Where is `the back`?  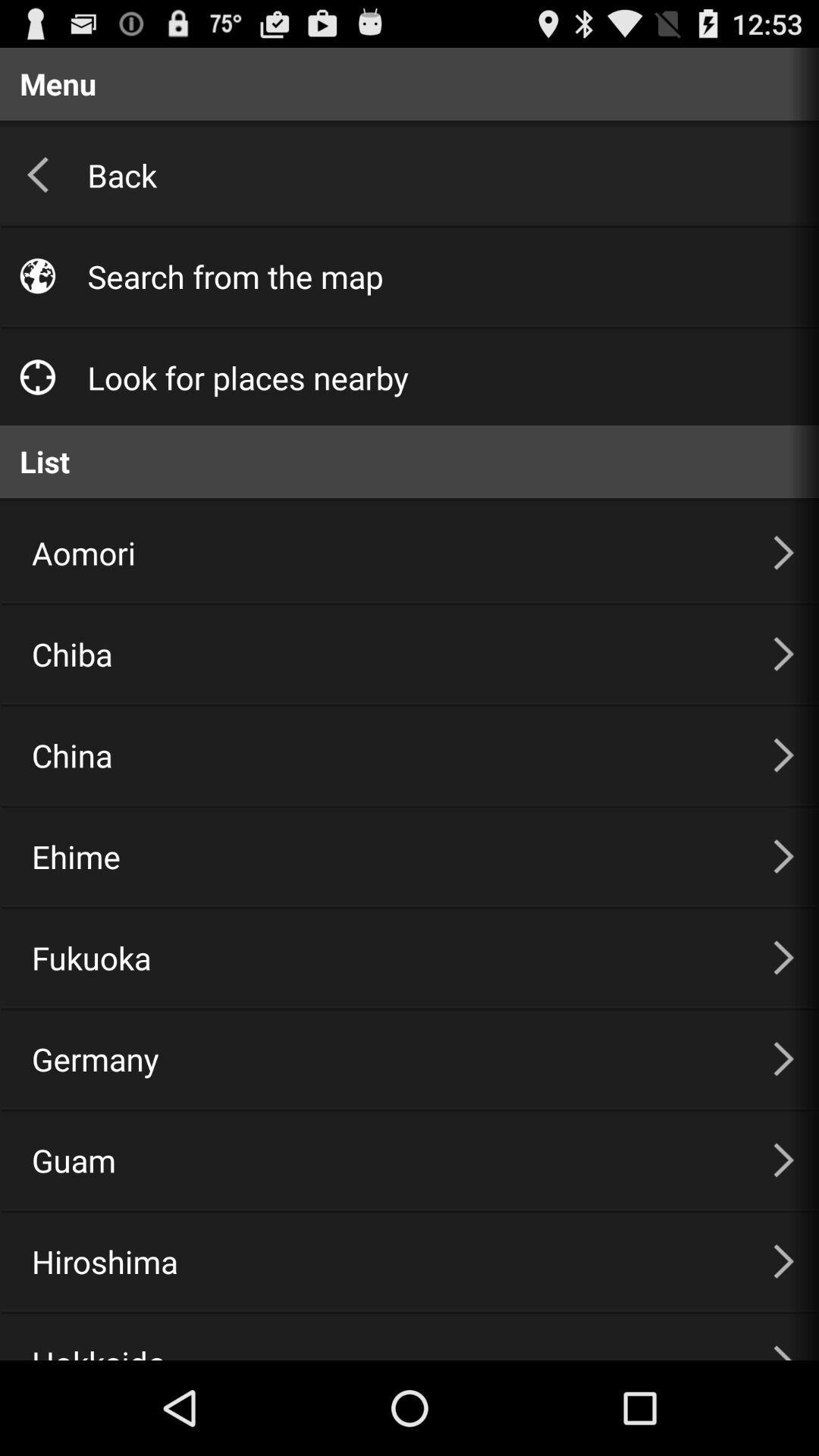 the back is located at coordinates (437, 174).